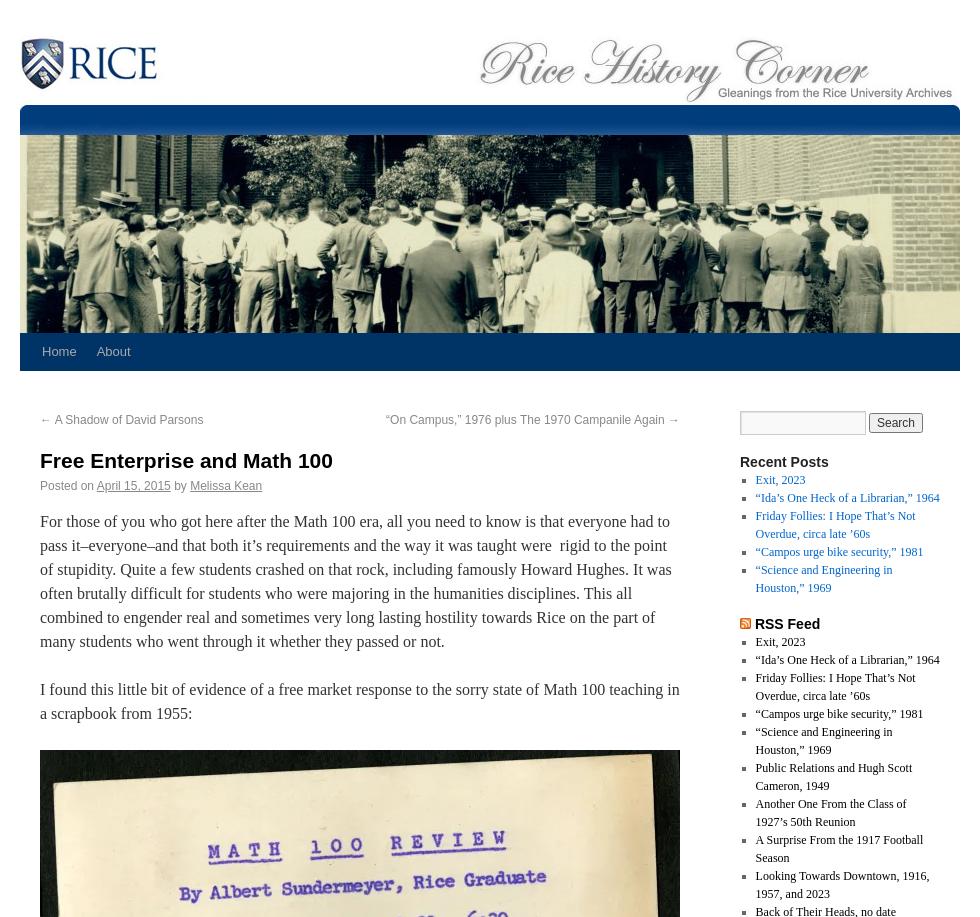 The width and height of the screenshot is (980, 917). What do you see at coordinates (359, 701) in the screenshot?
I see `'I found this little bit of evidence of a free market response to the sorry state of Math 100 teaching in a scrapbook from 1955:'` at bounding box center [359, 701].